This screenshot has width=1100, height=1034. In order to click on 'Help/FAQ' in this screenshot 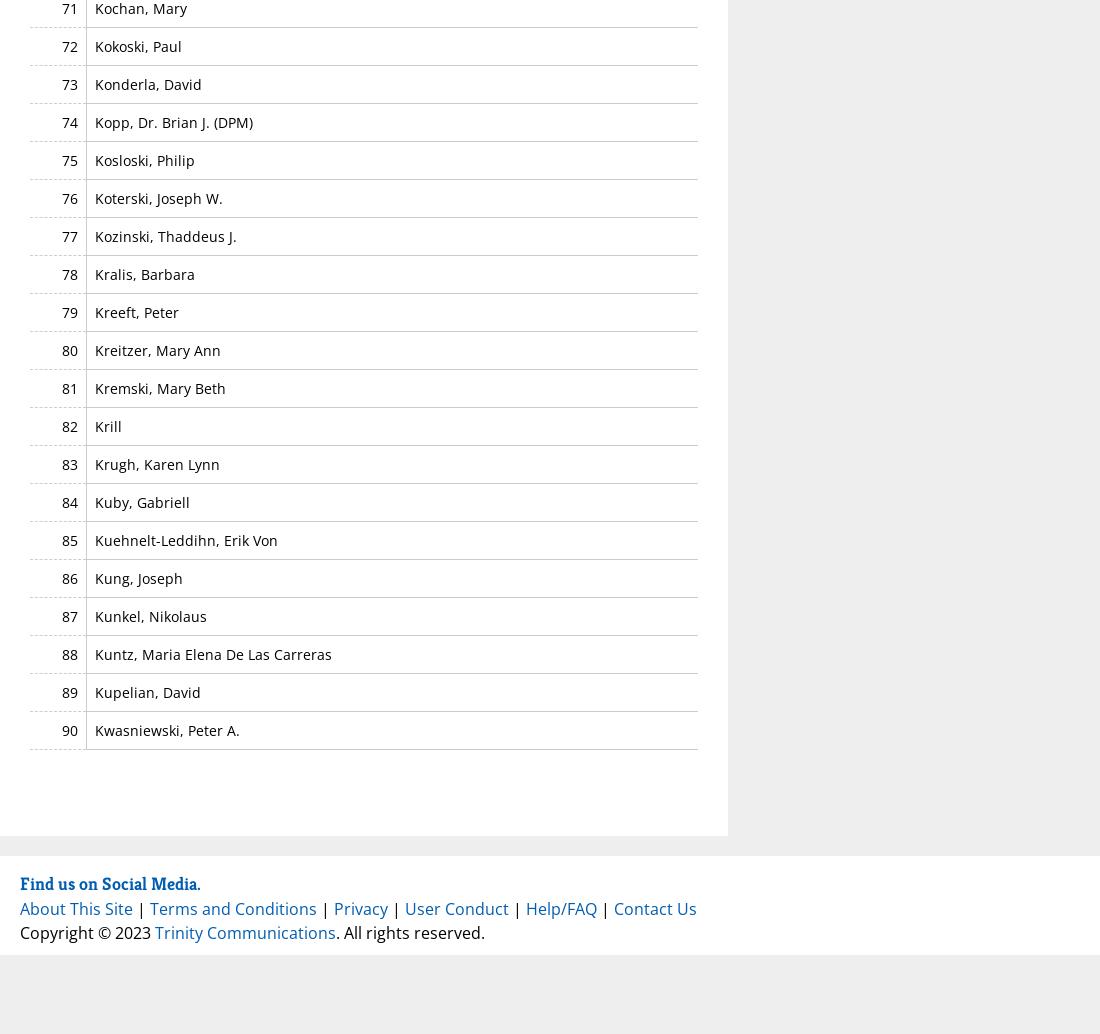, I will do `click(560, 906)`.